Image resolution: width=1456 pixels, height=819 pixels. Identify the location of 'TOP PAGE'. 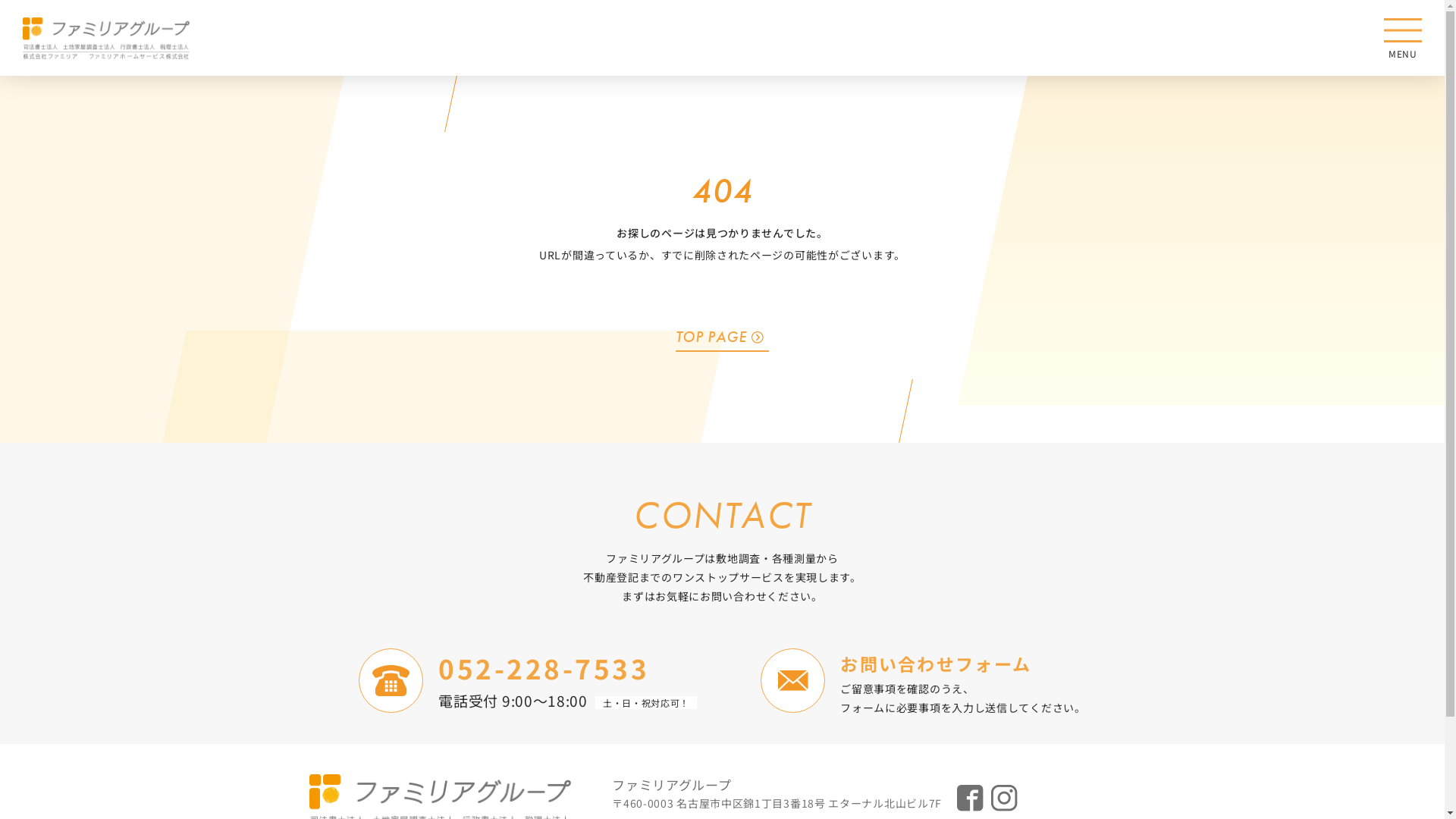
(722, 335).